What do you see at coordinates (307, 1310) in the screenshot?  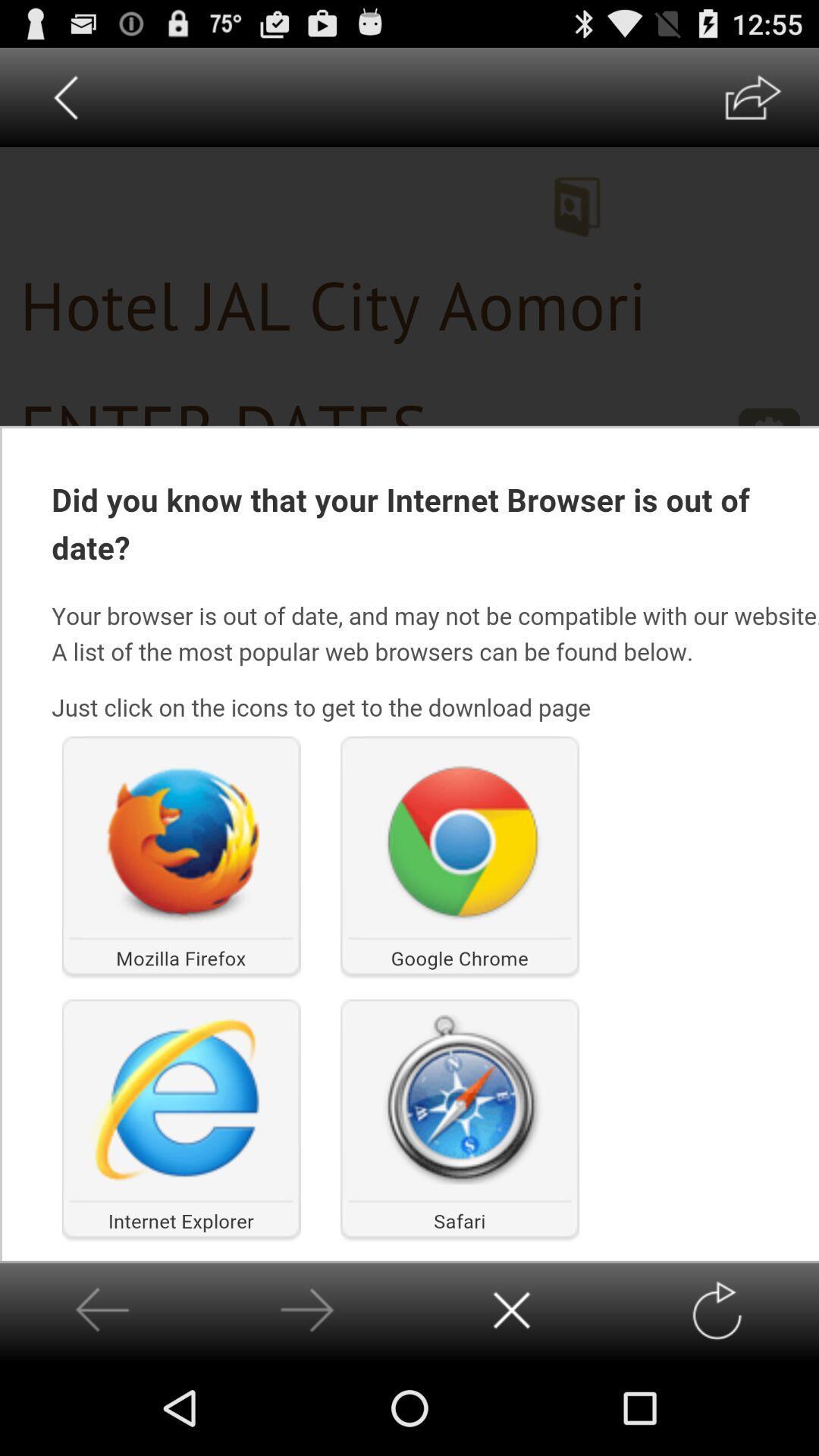 I see `move to the next screen` at bounding box center [307, 1310].